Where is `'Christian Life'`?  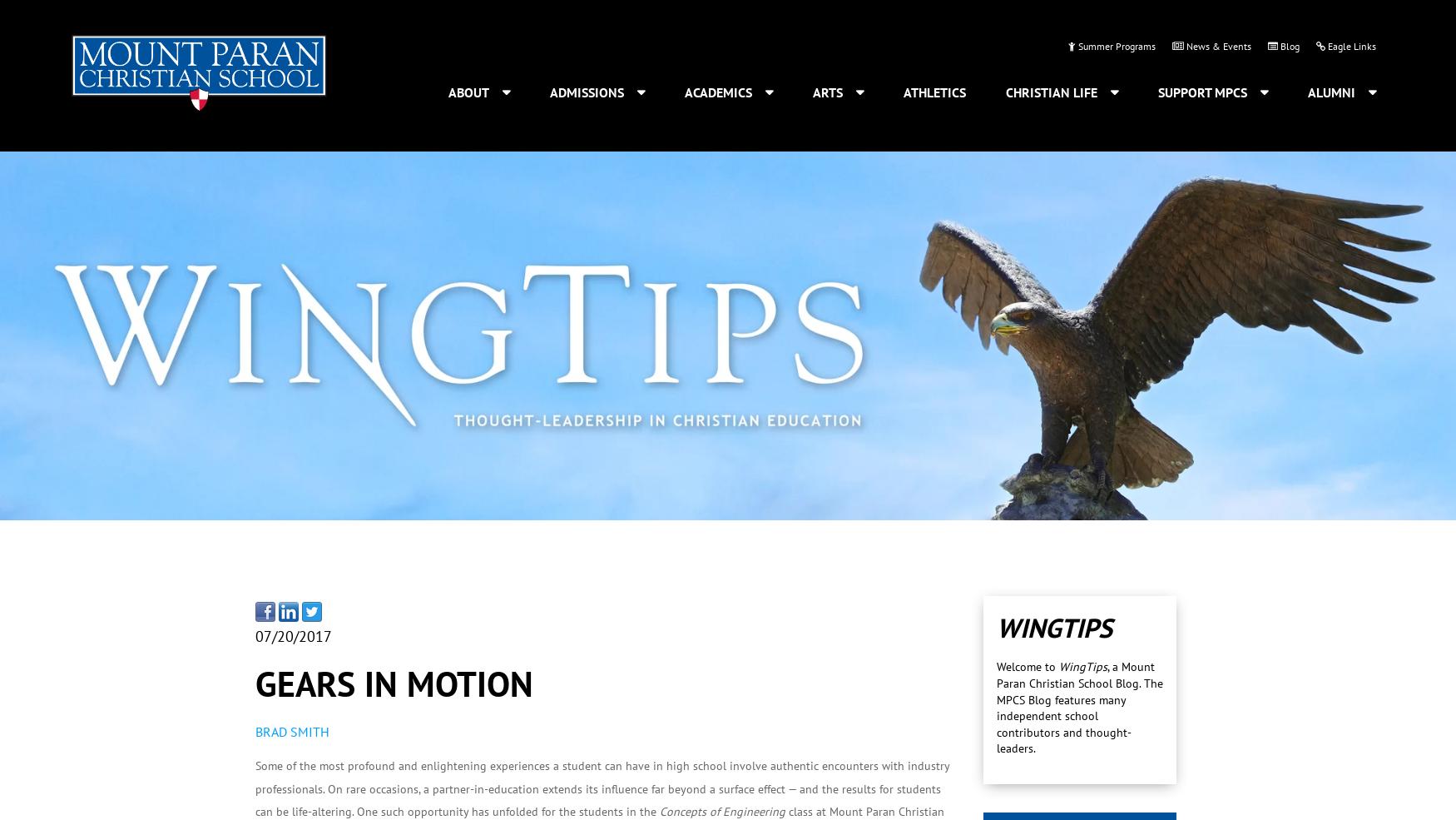
'Christian Life' is located at coordinates (1051, 92).